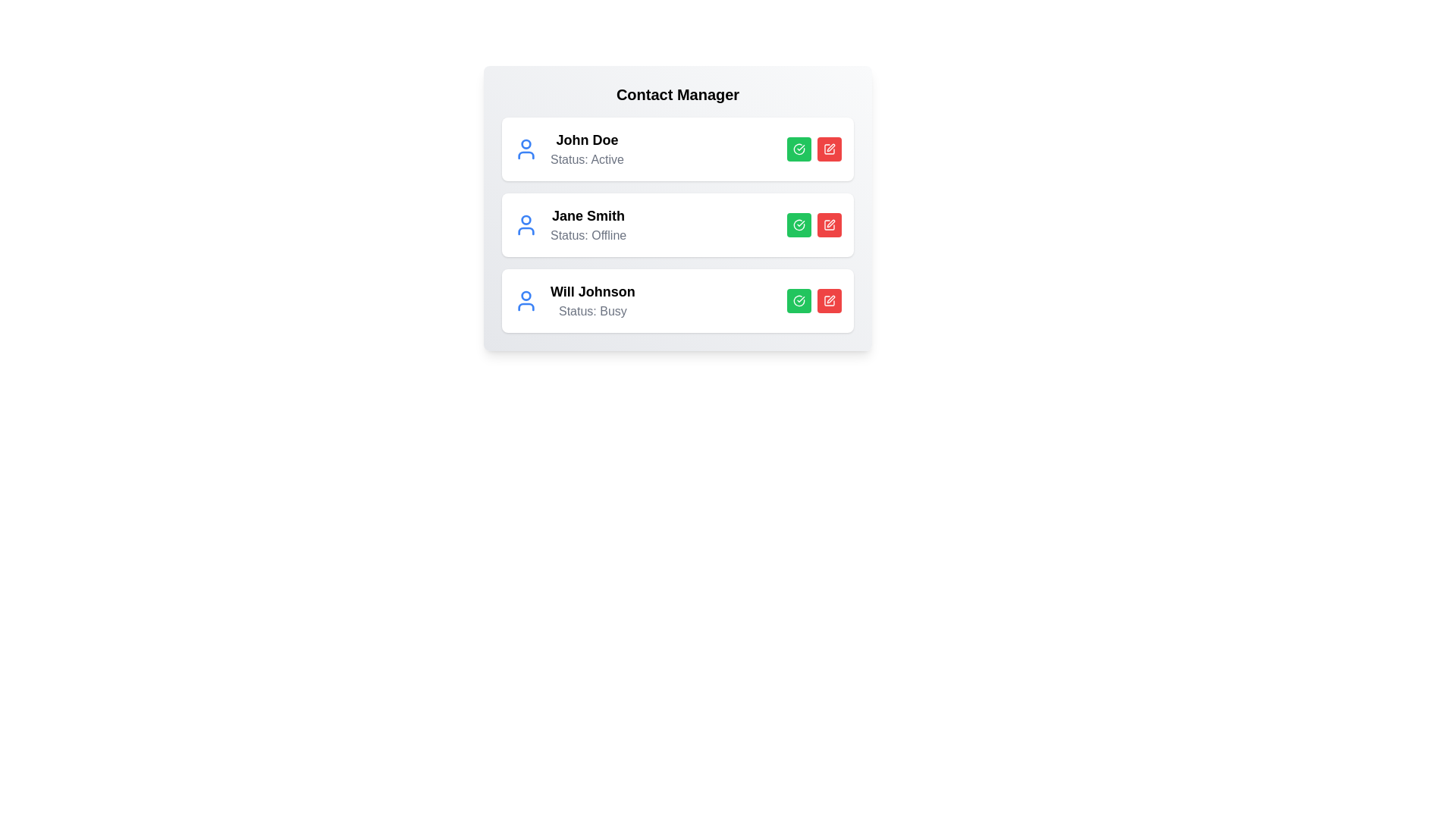 The width and height of the screenshot is (1456, 819). I want to click on 'Activate' button for the contact with name Will Johnson, so click(799, 301).